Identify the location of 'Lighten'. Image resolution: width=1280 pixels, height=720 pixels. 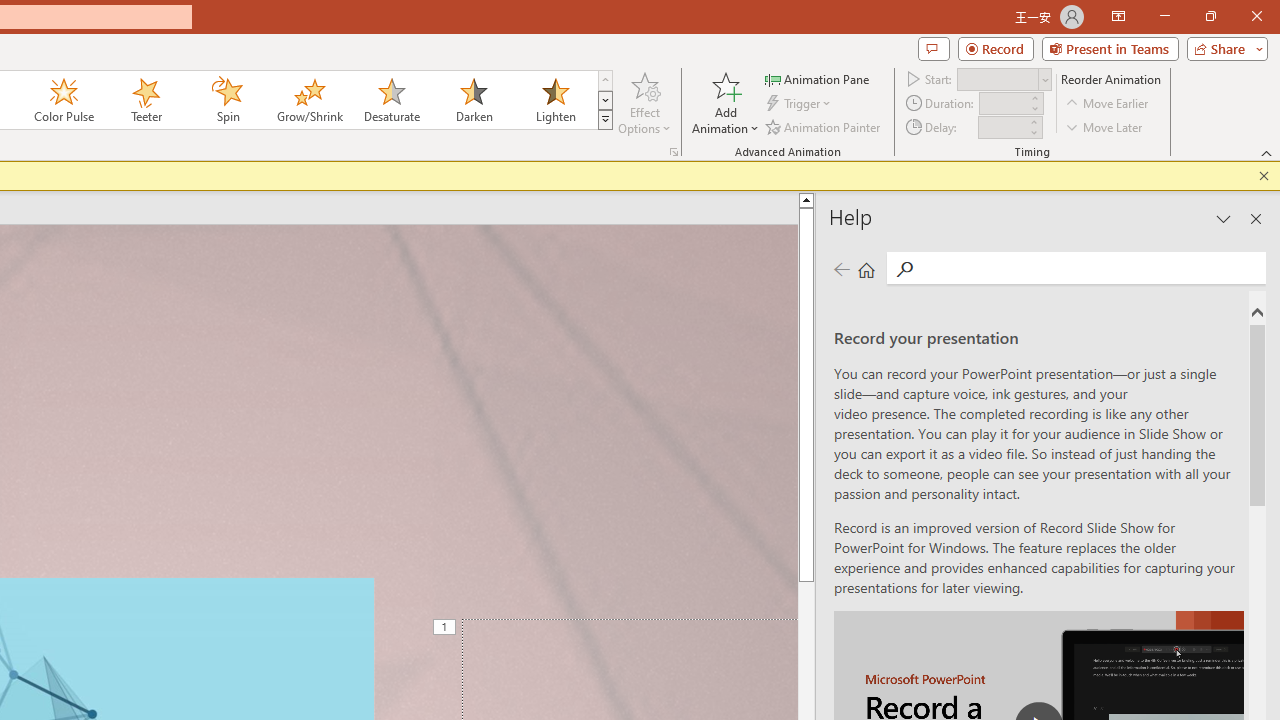
(555, 100).